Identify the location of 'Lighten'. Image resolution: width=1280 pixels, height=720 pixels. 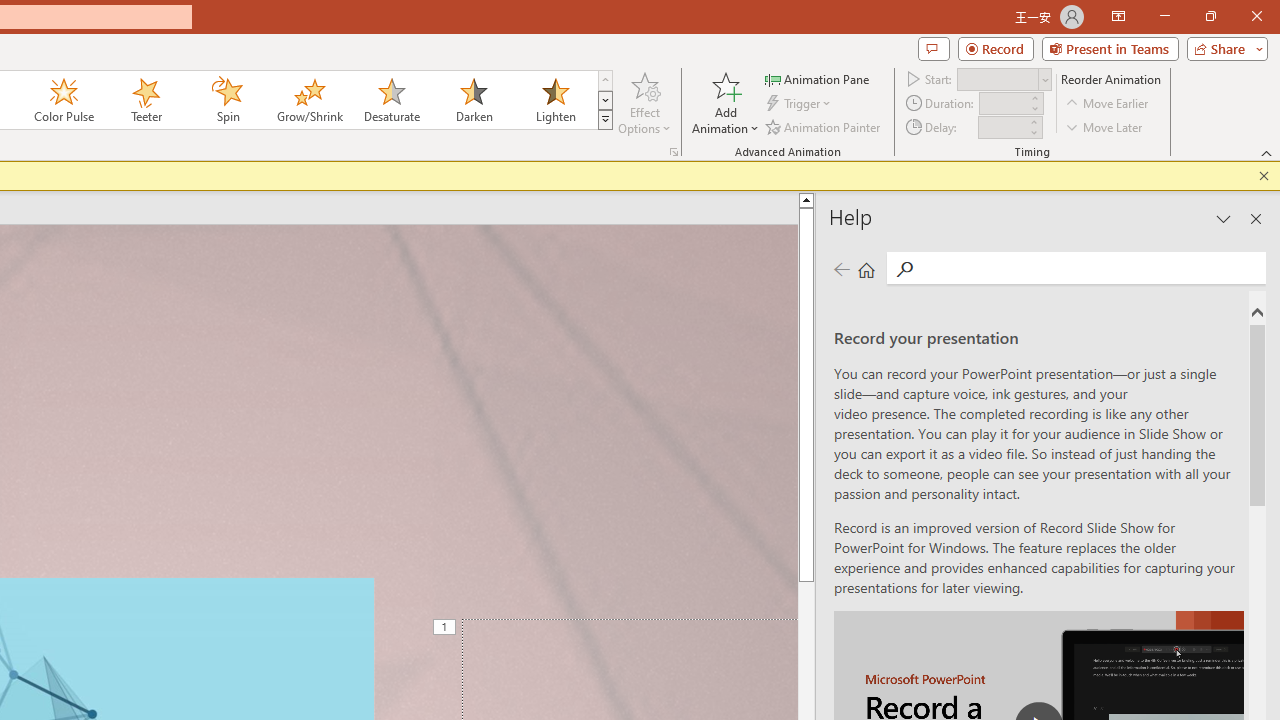
(555, 100).